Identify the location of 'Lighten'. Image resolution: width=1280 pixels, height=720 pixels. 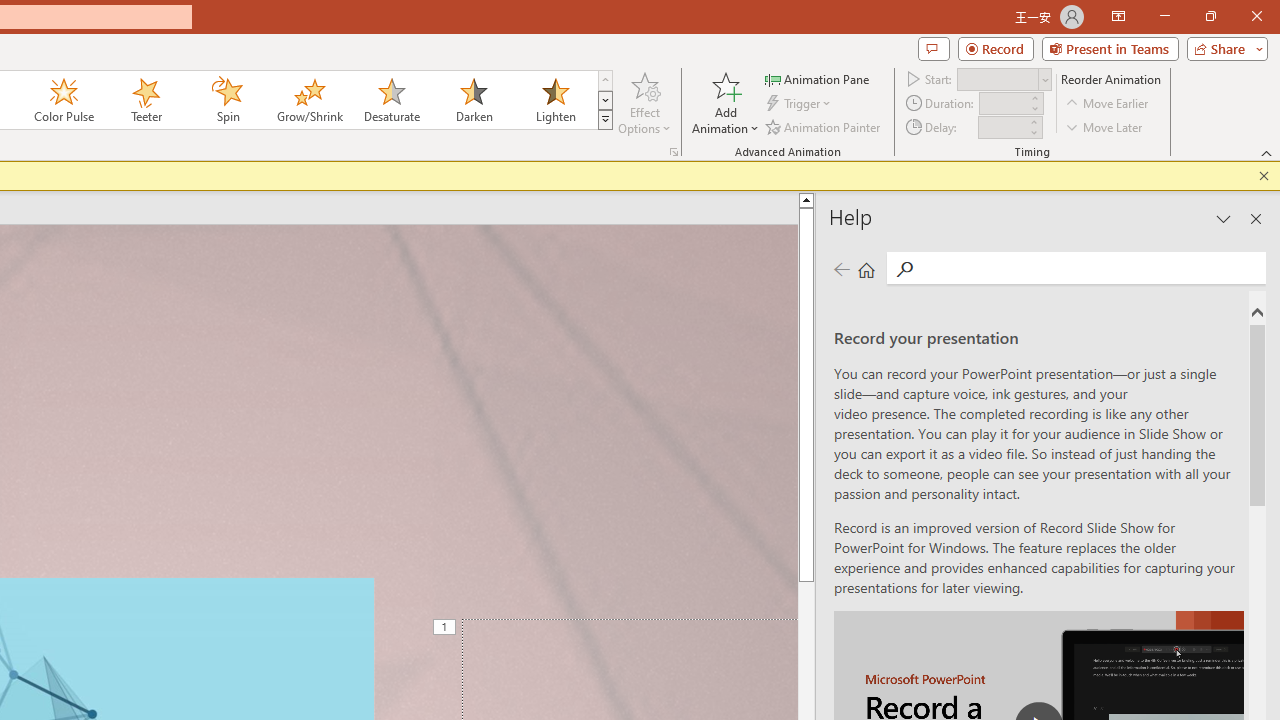
(555, 100).